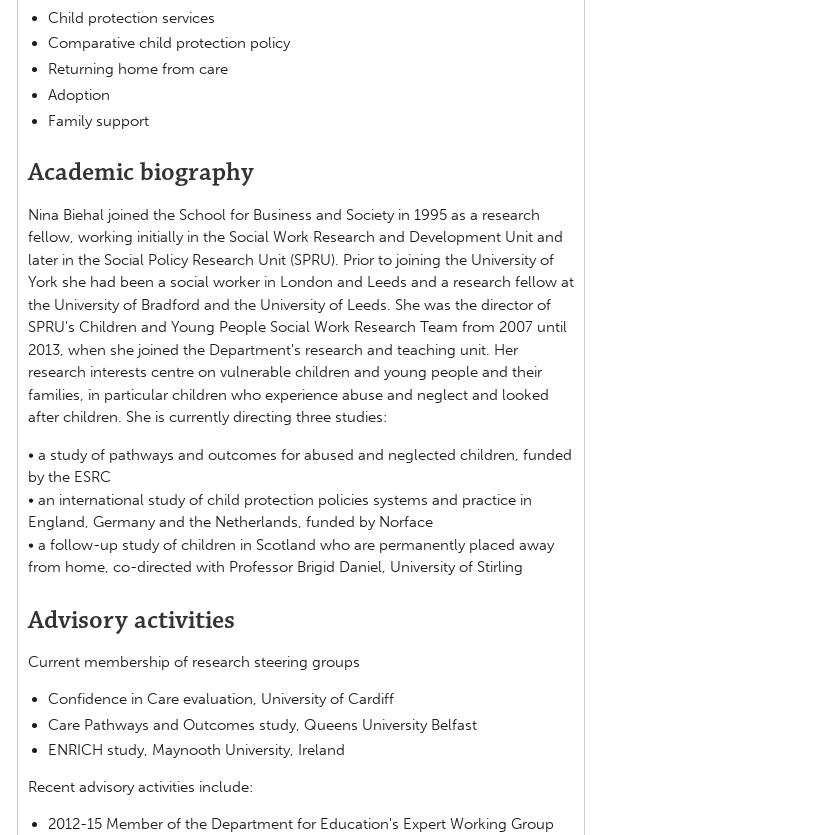 The height and width of the screenshot is (835, 836). Describe the element at coordinates (139, 172) in the screenshot. I see `'Academic biography'` at that location.